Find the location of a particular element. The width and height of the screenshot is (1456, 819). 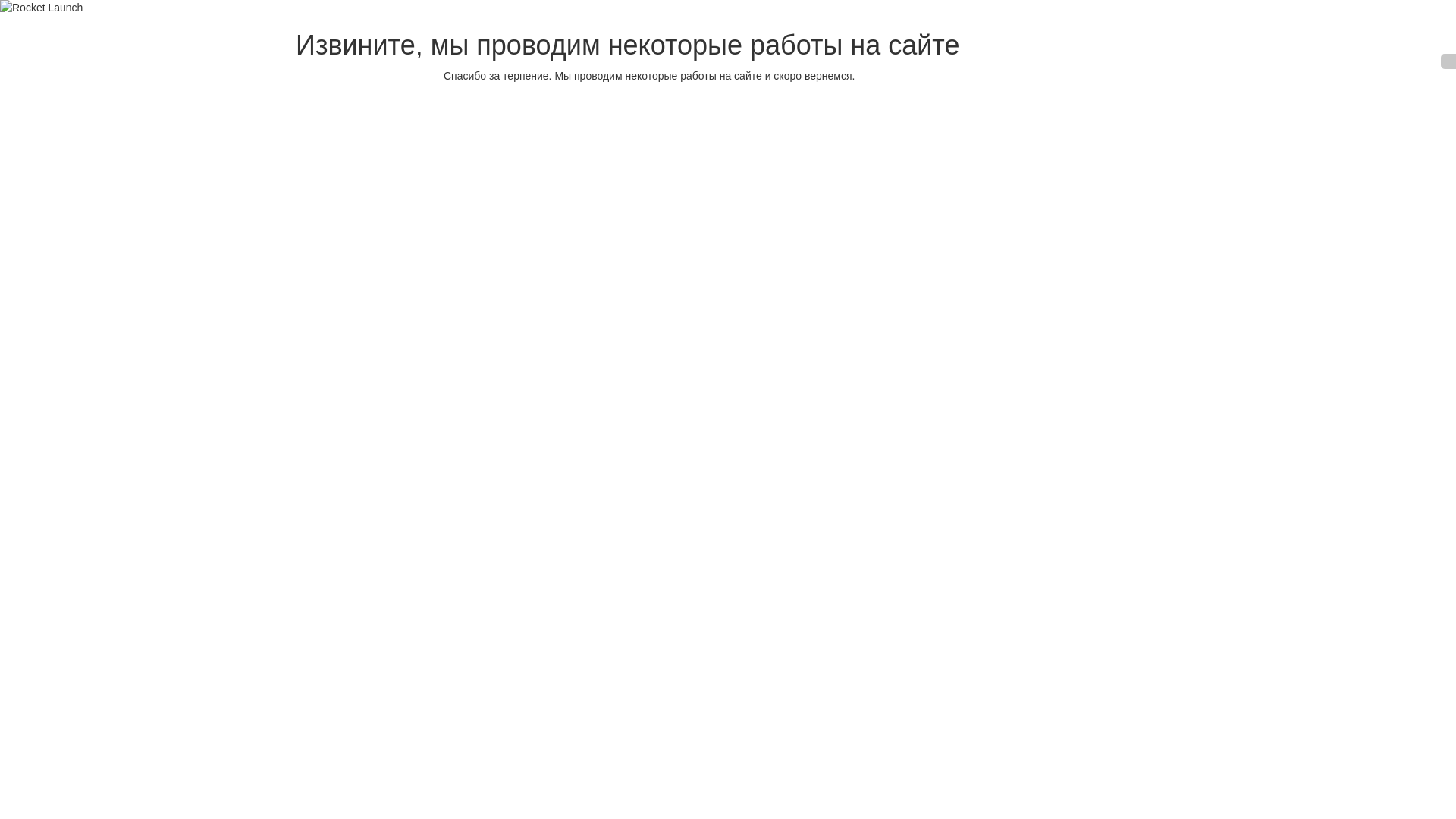

'Rocket Launch' is located at coordinates (0, 8).